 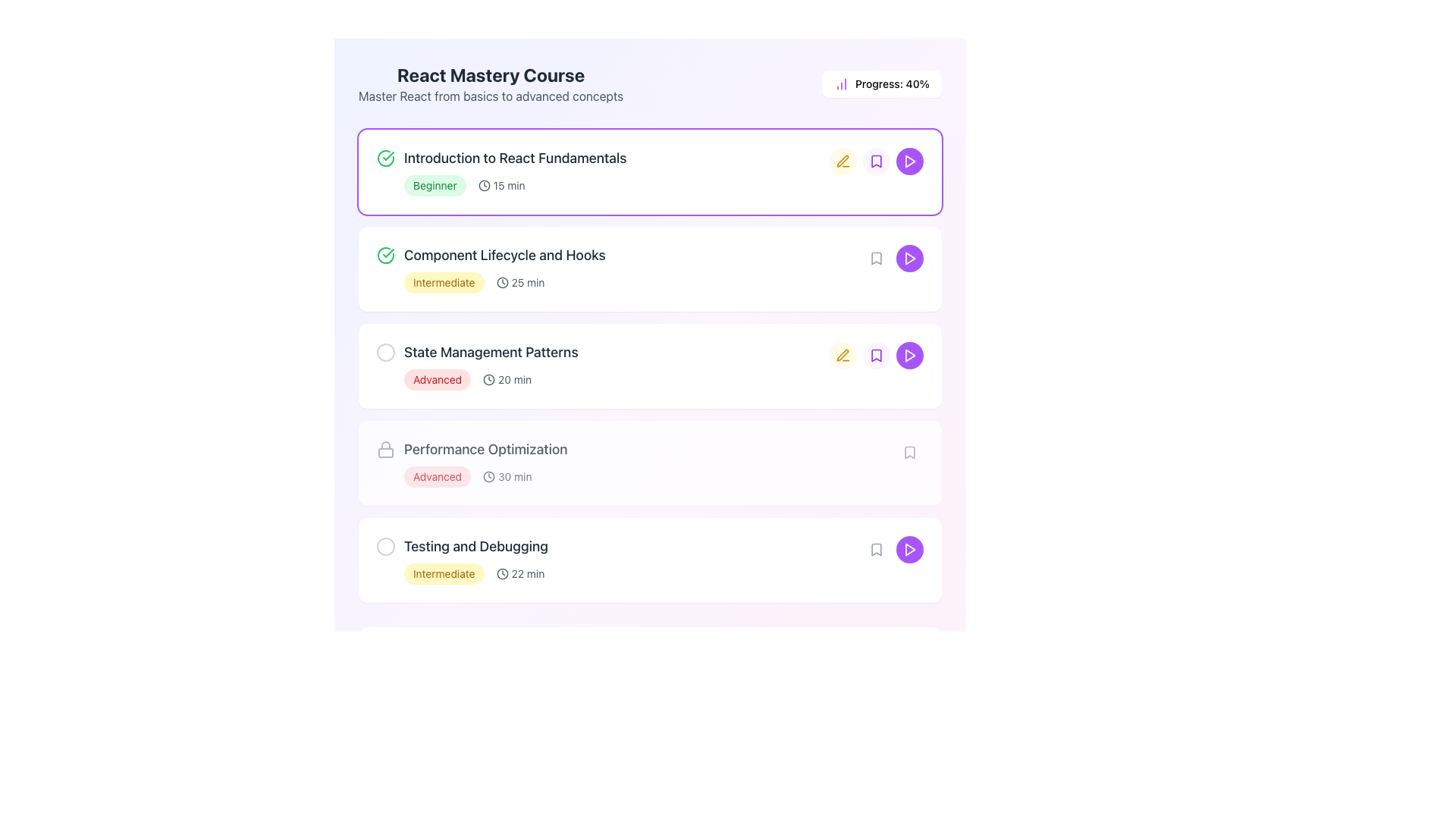 What do you see at coordinates (877, 257) in the screenshot?
I see `the bookmark icon, which is an outline depiction with a cut-out shape at the bottom` at bounding box center [877, 257].